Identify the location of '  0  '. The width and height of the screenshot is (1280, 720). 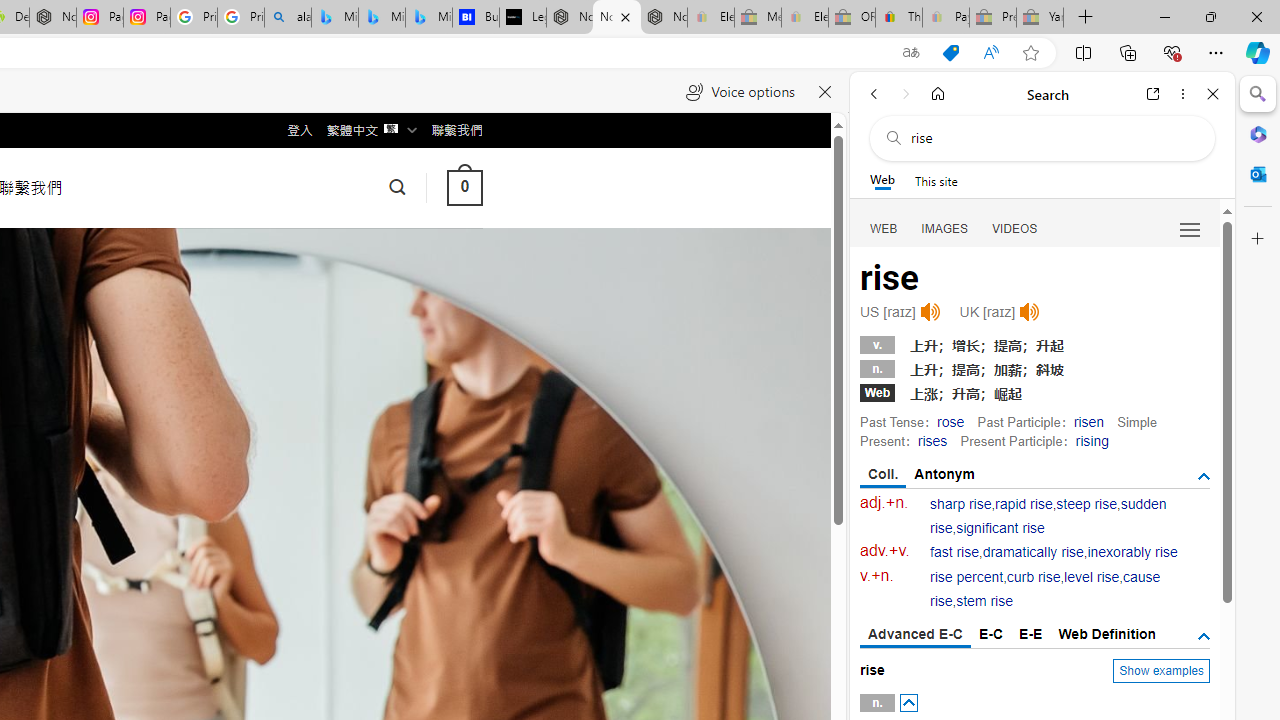
(463, 187).